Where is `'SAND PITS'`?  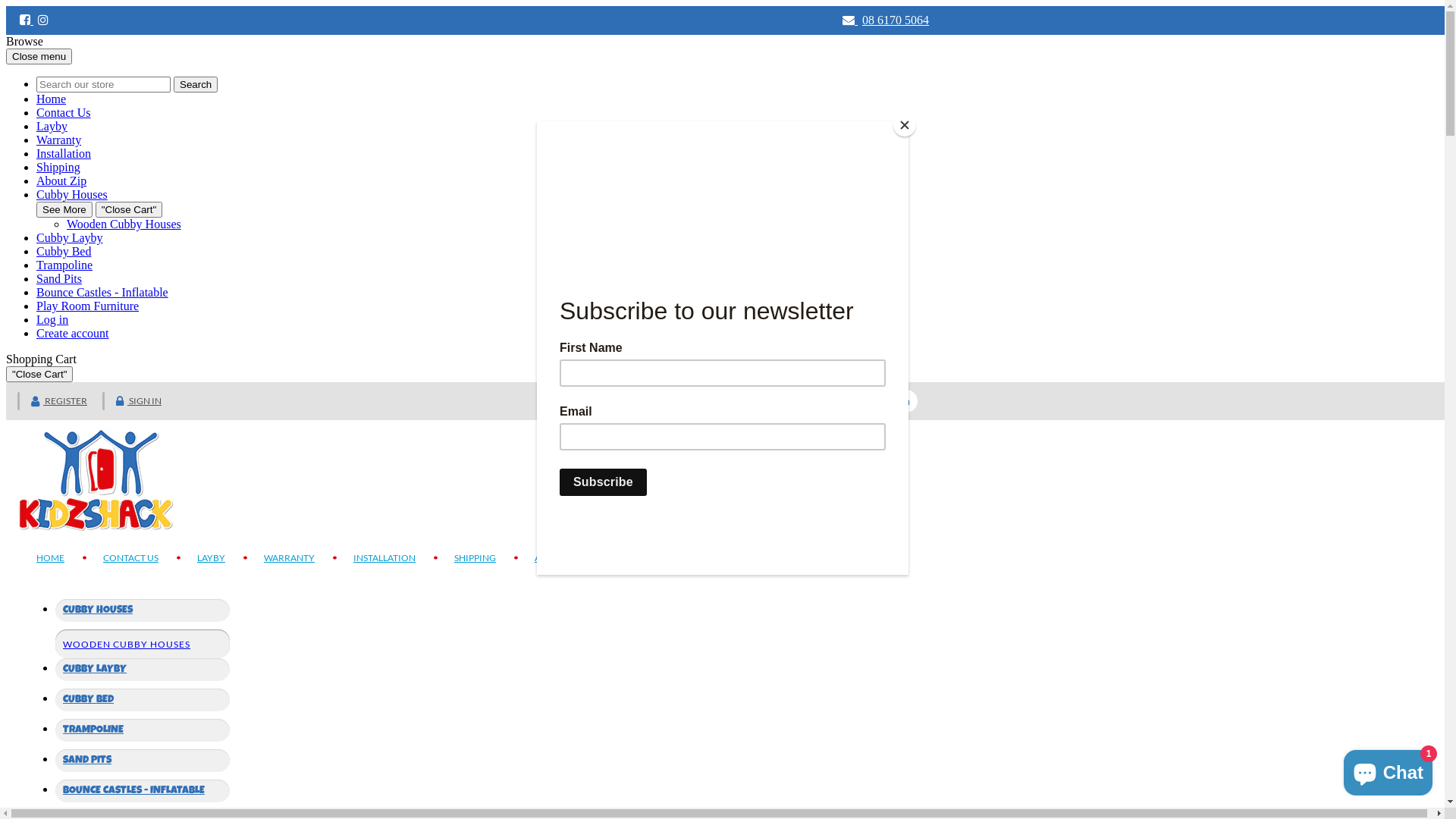
'SAND PITS' is located at coordinates (142, 760).